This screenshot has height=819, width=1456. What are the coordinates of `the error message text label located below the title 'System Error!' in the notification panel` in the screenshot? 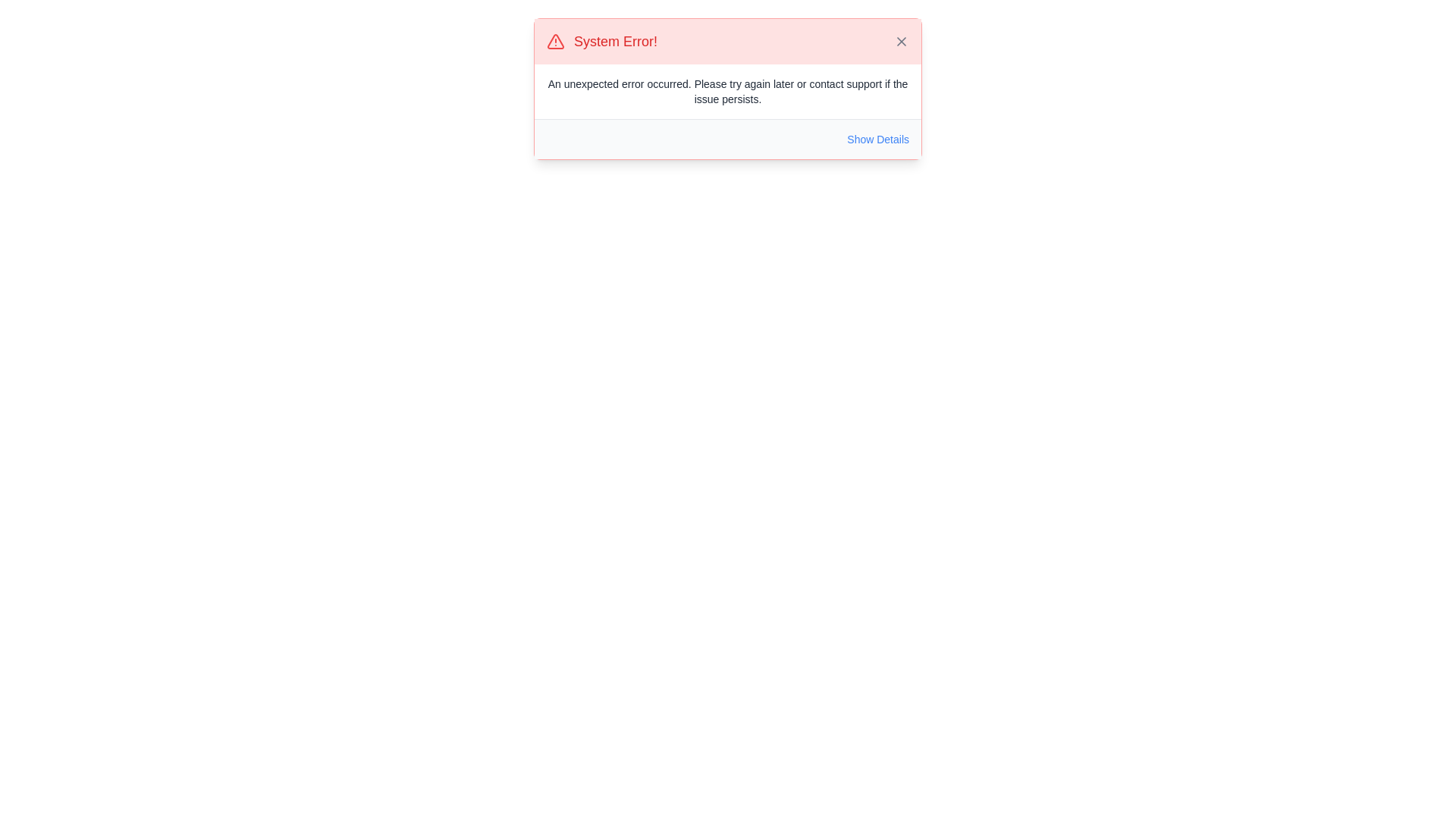 It's located at (728, 91).